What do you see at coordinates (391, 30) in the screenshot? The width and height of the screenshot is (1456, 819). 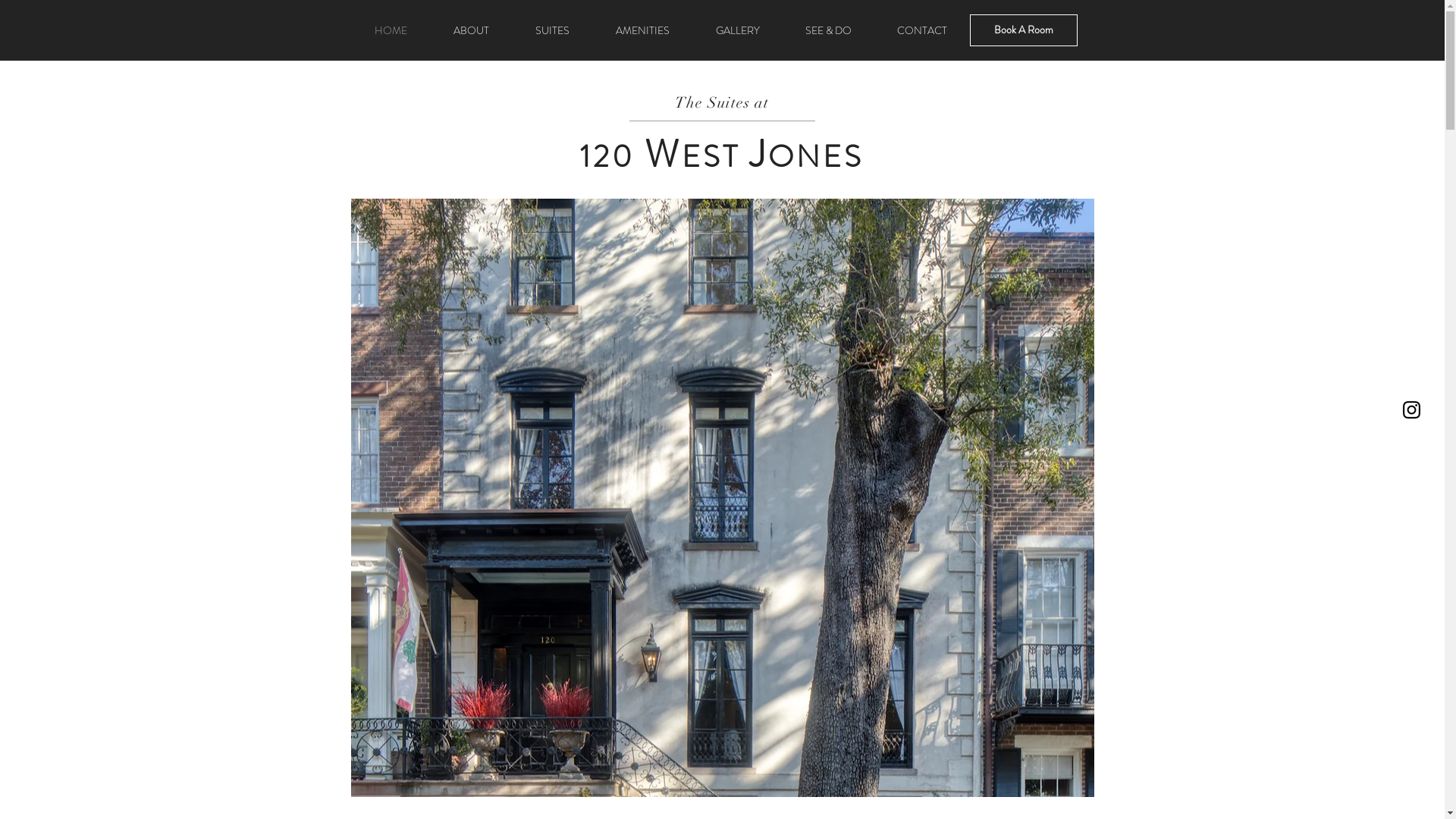 I see `'HOME'` at bounding box center [391, 30].